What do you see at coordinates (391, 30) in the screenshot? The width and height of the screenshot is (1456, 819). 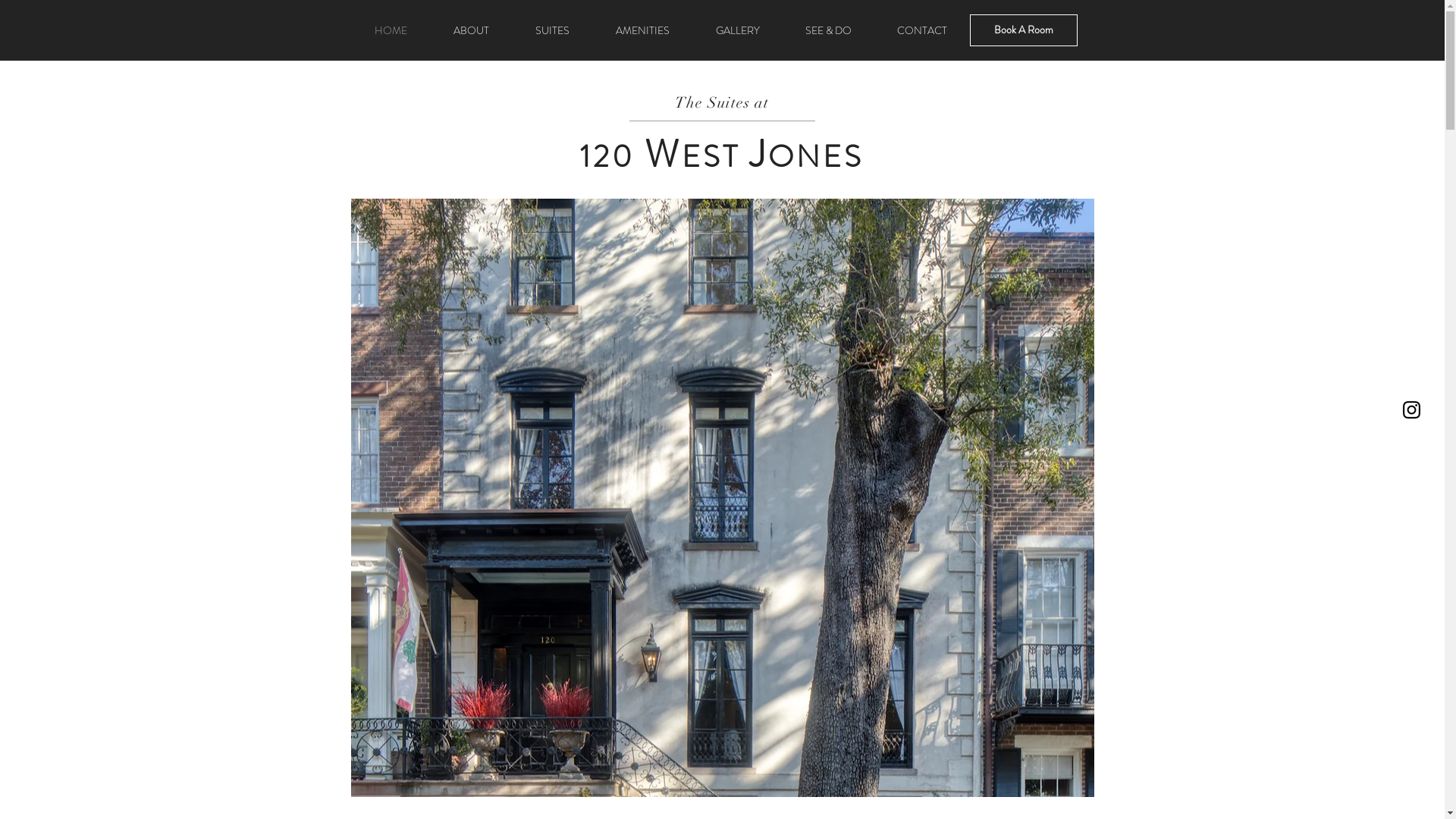 I see `'HOME'` at bounding box center [391, 30].